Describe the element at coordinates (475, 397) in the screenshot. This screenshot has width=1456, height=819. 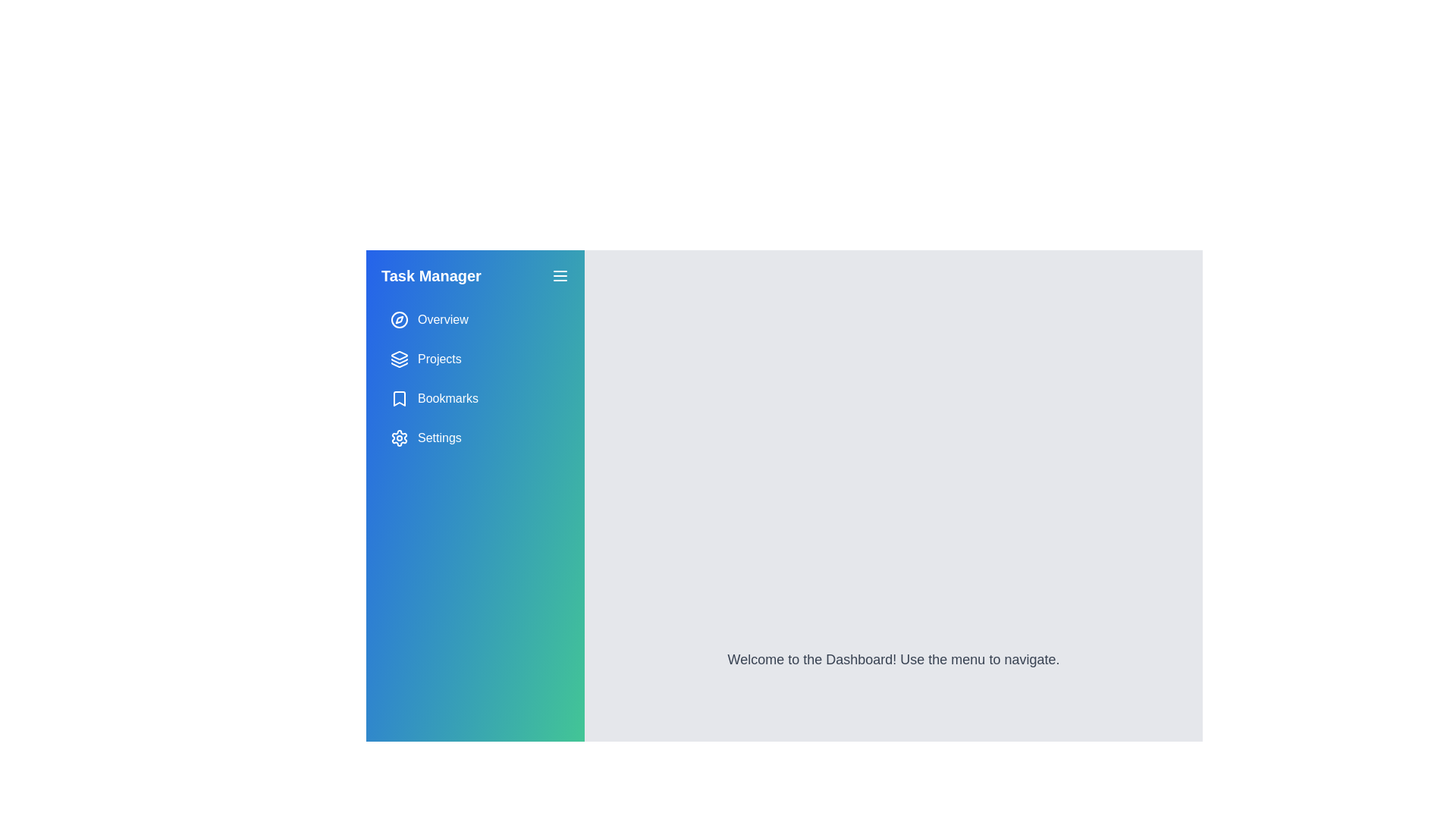
I see `the 'Bookmarks' button in the navigation menu` at that location.